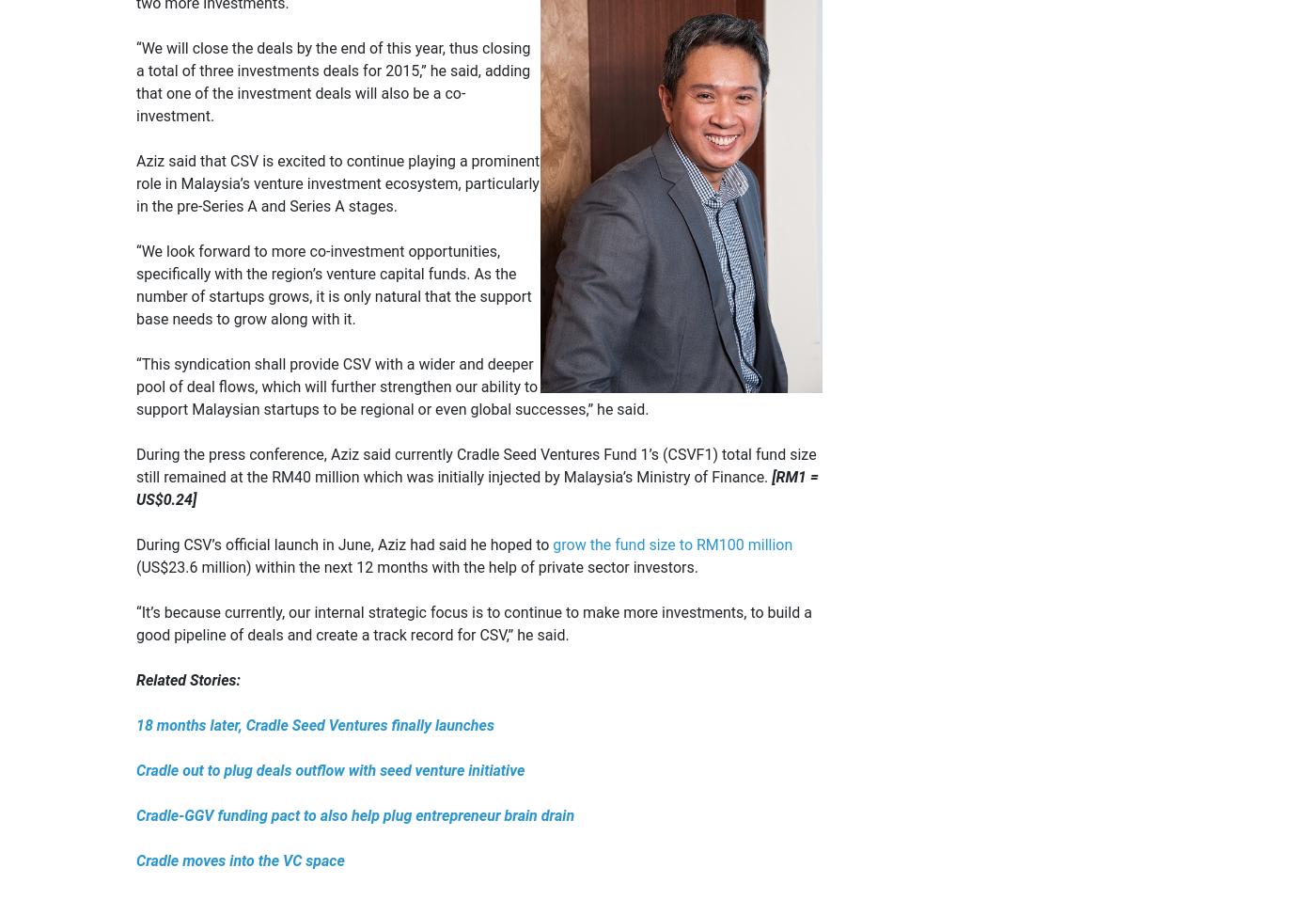 The height and width of the screenshot is (915, 1316). What do you see at coordinates (344, 544) in the screenshot?
I see `'During CSV’s official launch in June, Aziz had said he hoped to'` at bounding box center [344, 544].